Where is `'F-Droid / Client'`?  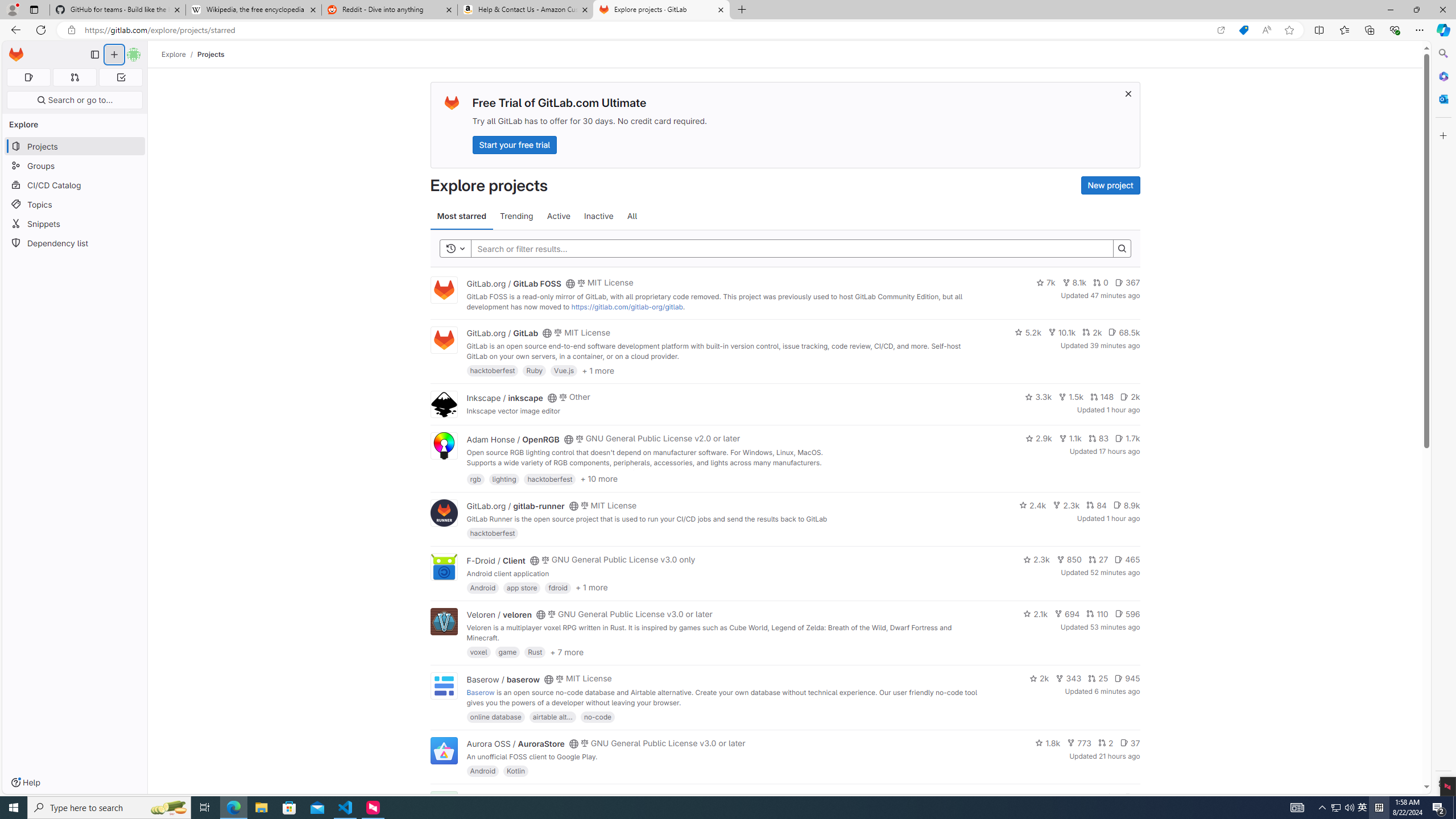
'F-Droid / Client' is located at coordinates (495, 560).